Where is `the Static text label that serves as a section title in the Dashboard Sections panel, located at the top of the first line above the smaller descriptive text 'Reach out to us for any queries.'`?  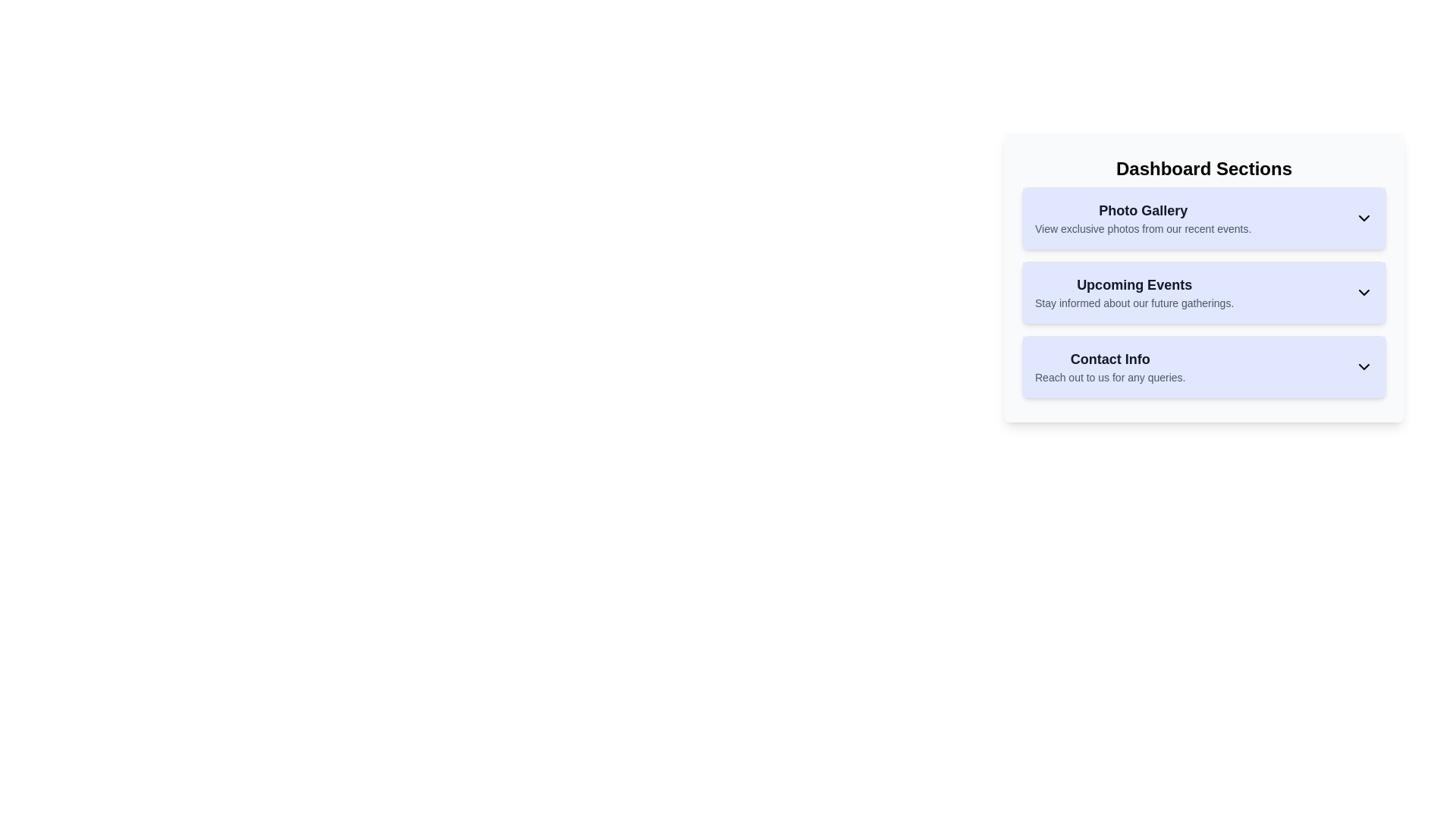 the Static text label that serves as a section title in the Dashboard Sections panel, located at the top of the first line above the smaller descriptive text 'Reach out to us for any queries.' is located at coordinates (1110, 359).